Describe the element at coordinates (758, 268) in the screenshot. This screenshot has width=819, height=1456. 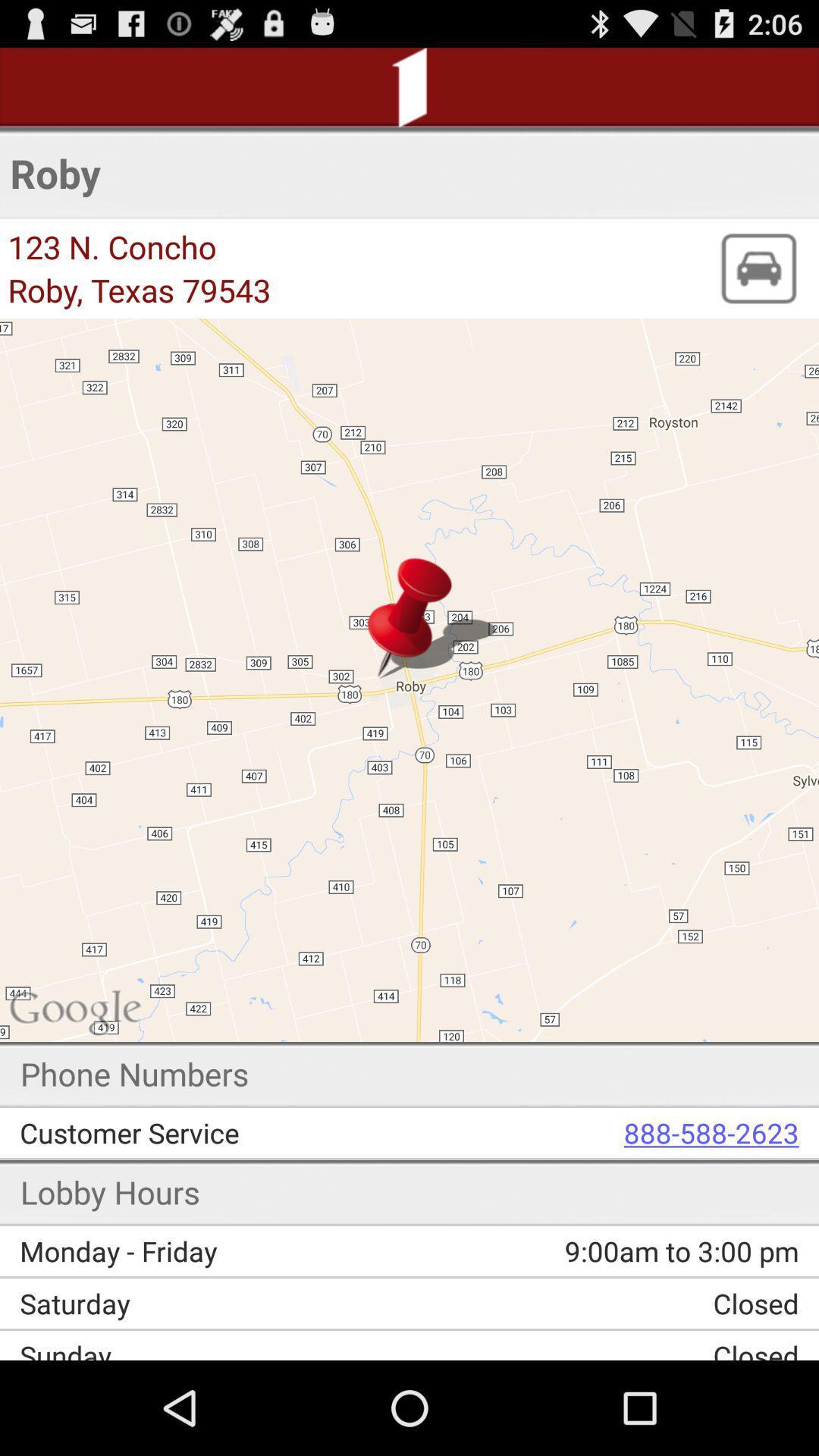
I see `the icon next to roby, texas 79543` at that location.